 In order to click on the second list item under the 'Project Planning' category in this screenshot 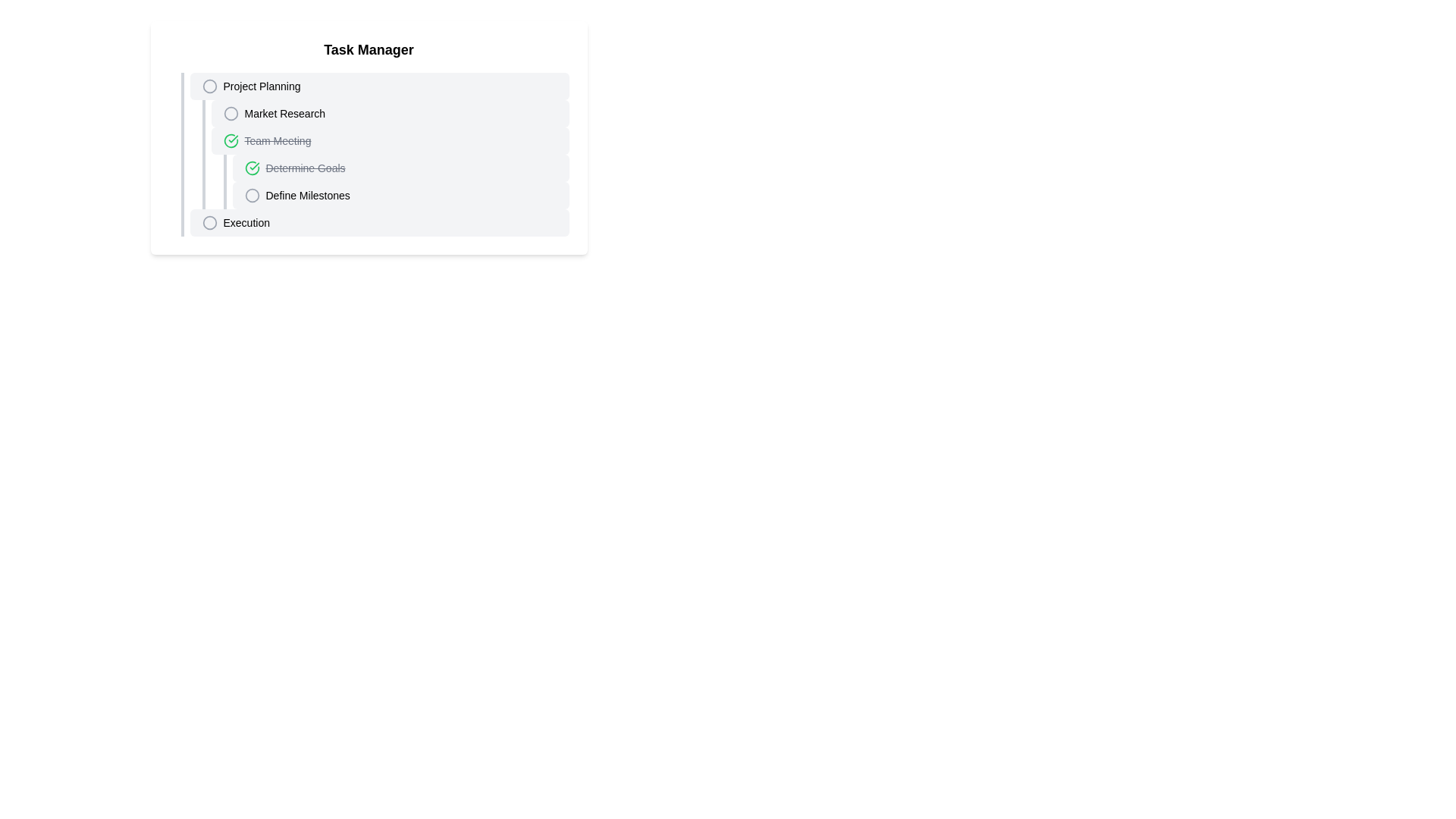, I will do `click(390, 113)`.